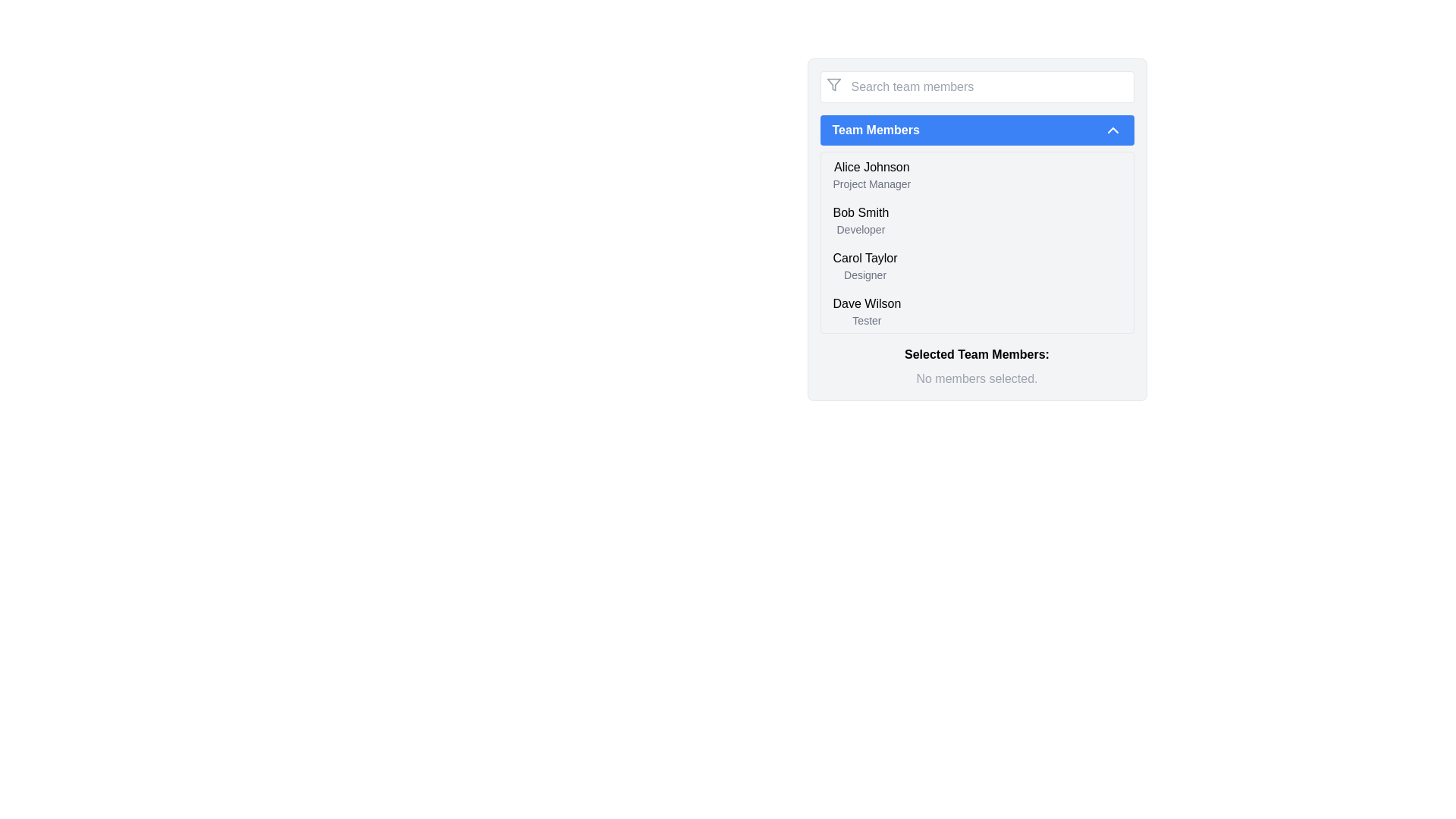 Image resolution: width=1456 pixels, height=819 pixels. Describe the element at coordinates (833, 84) in the screenshot. I see `the filter button located` at that location.